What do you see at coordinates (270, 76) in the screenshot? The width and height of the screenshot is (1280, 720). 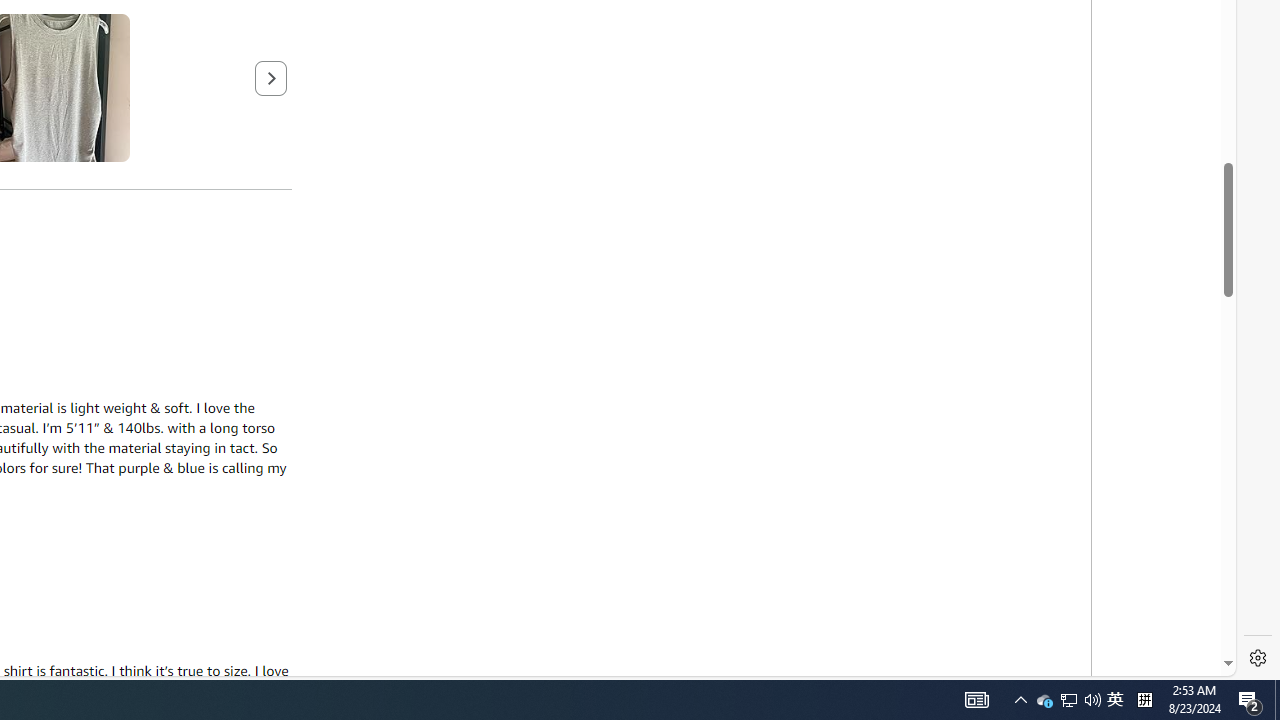 I see `'Next page'` at bounding box center [270, 76].